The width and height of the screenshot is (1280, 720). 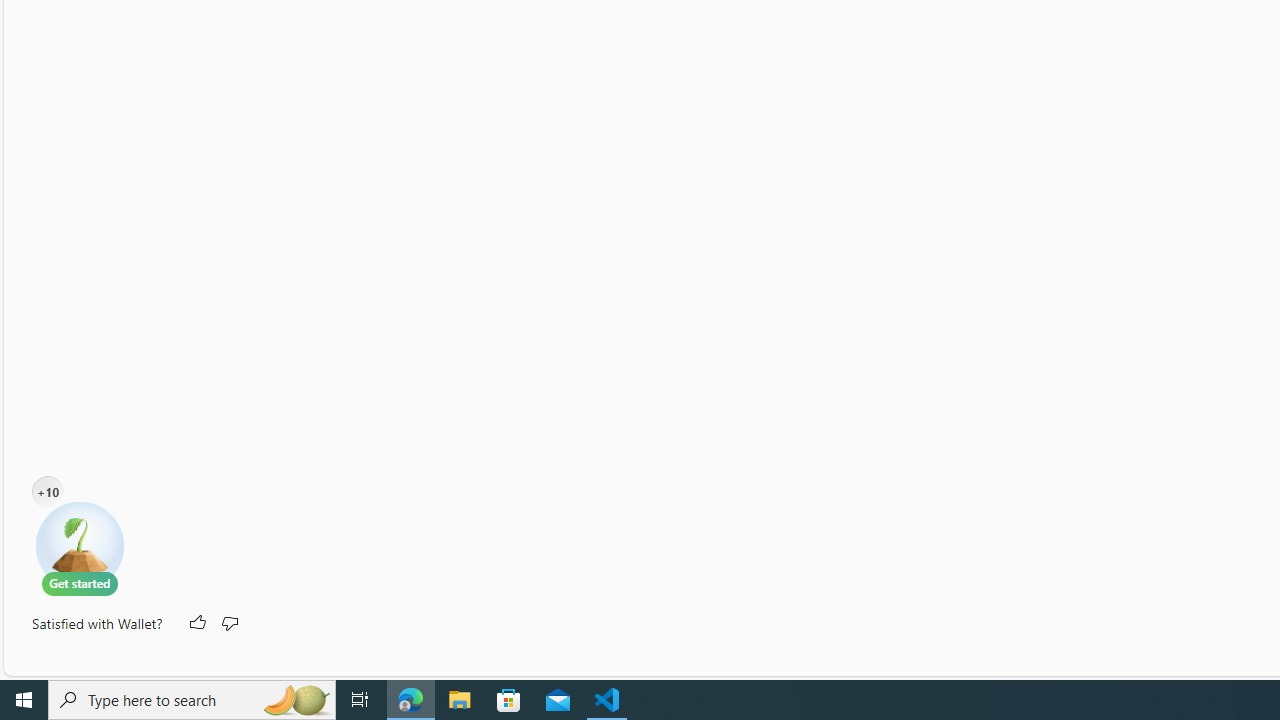 I want to click on 'E-tree', so click(x=80, y=547).